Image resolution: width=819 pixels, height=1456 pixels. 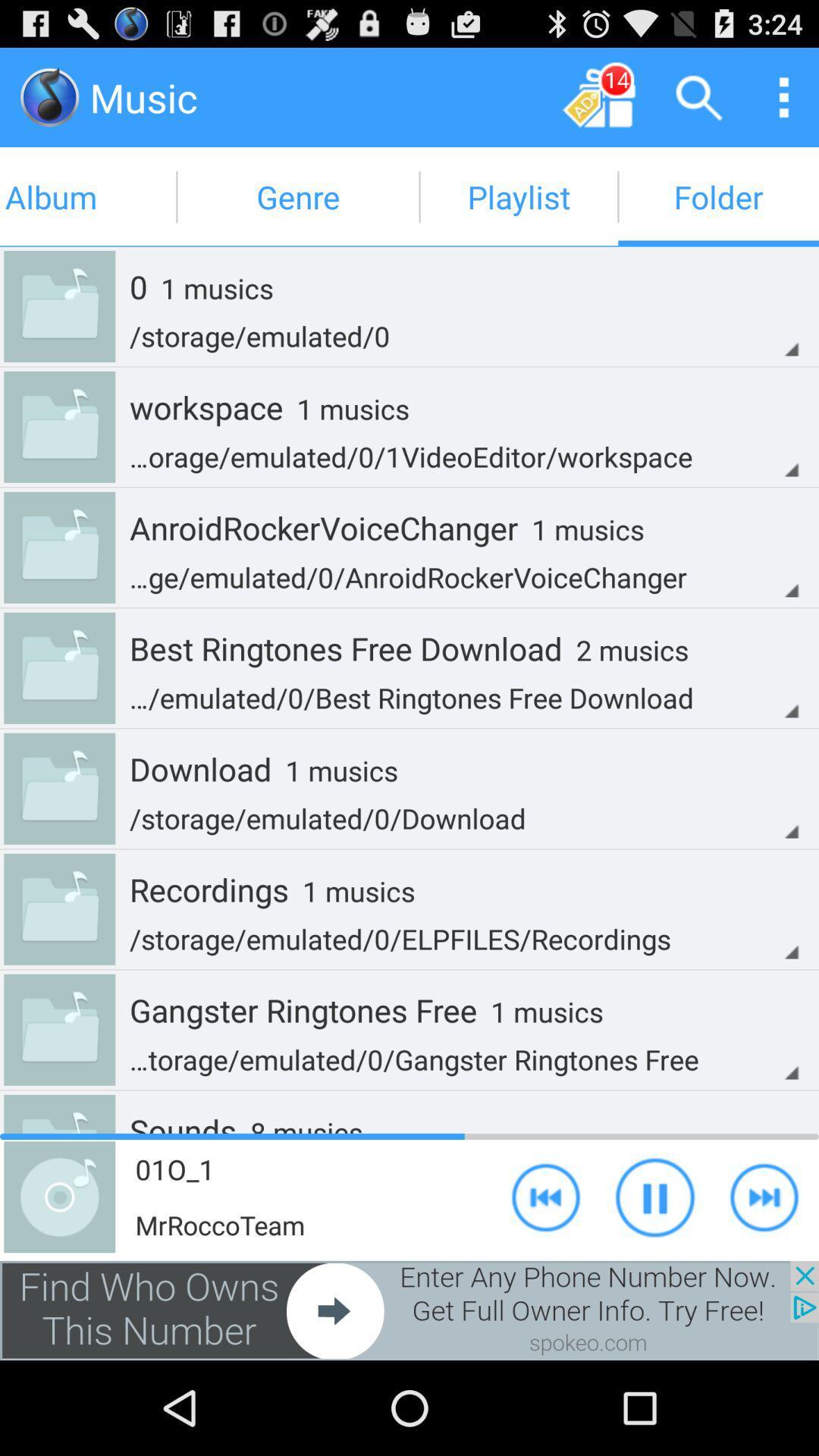 I want to click on go back, so click(x=546, y=1196).